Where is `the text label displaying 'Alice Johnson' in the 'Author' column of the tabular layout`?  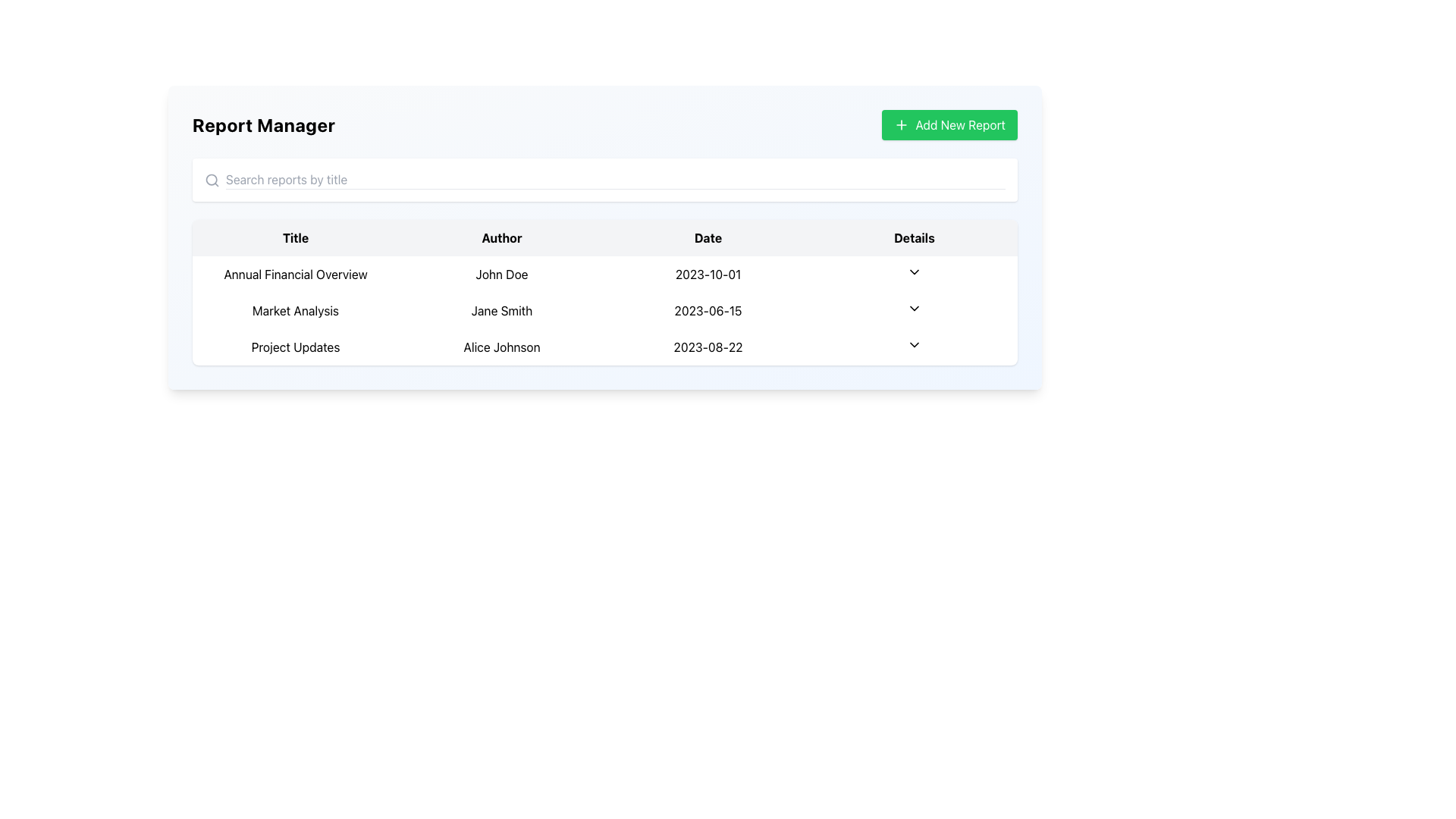 the text label displaying 'Alice Johnson' in the 'Author' column of the tabular layout is located at coordinates (502, 347).